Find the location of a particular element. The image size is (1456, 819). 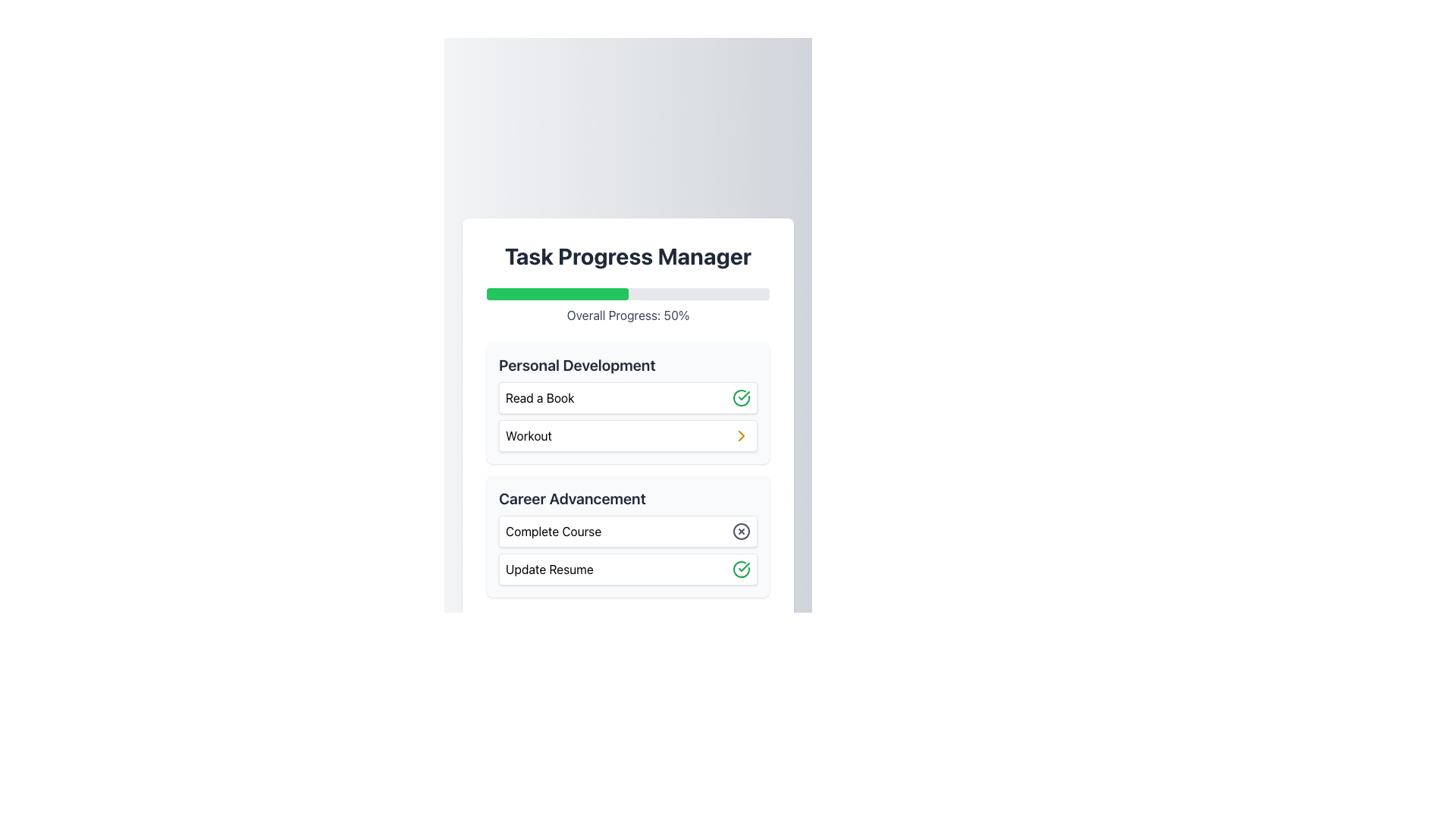

the Chevron icon located beside the 'Workout' label in the progress manager interface, indicating progression or navigation is located at coordinates (742, 435).